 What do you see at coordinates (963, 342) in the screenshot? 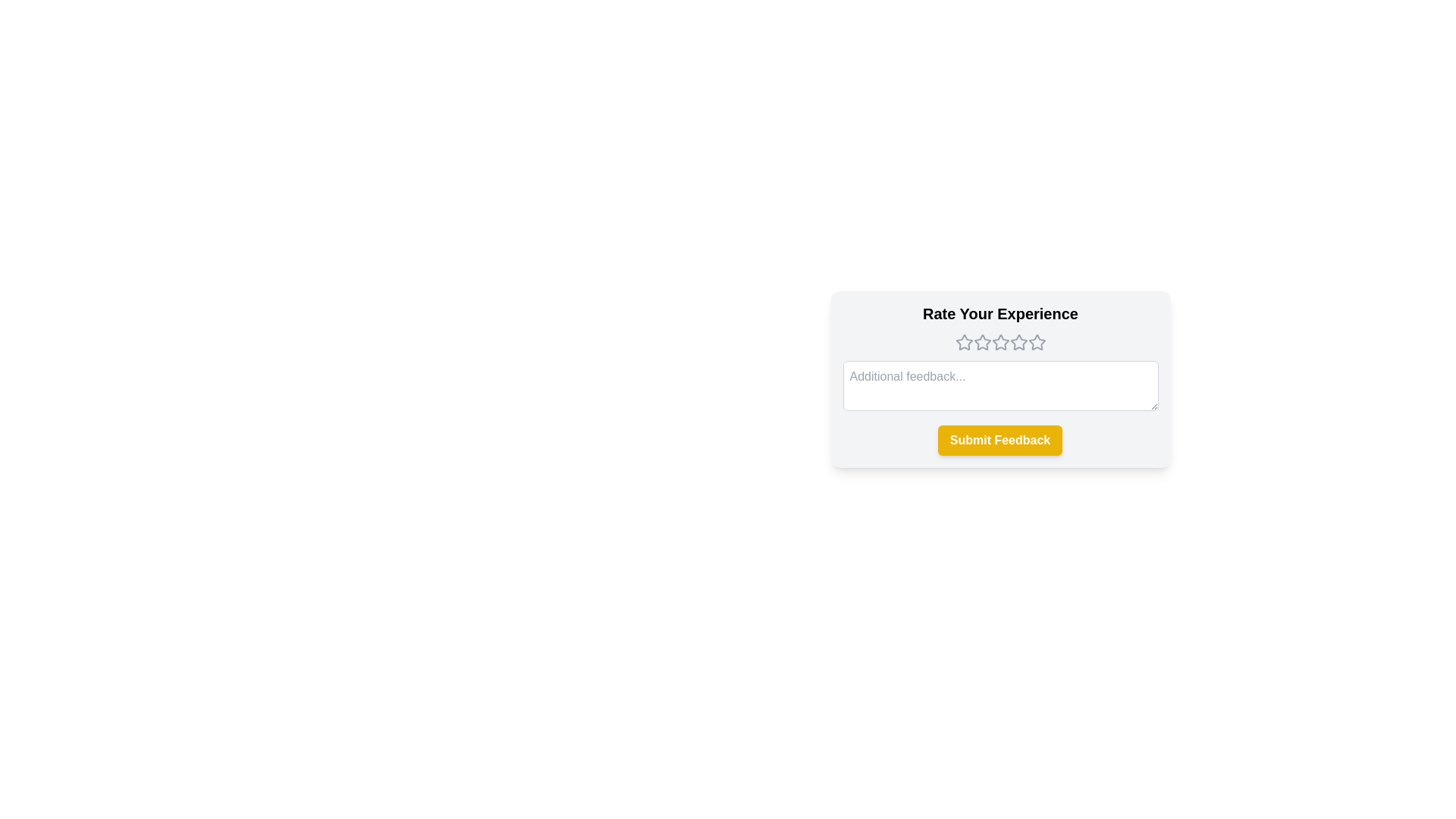
I see `the first star icon in the rating system` at bounding box center [963, 342].